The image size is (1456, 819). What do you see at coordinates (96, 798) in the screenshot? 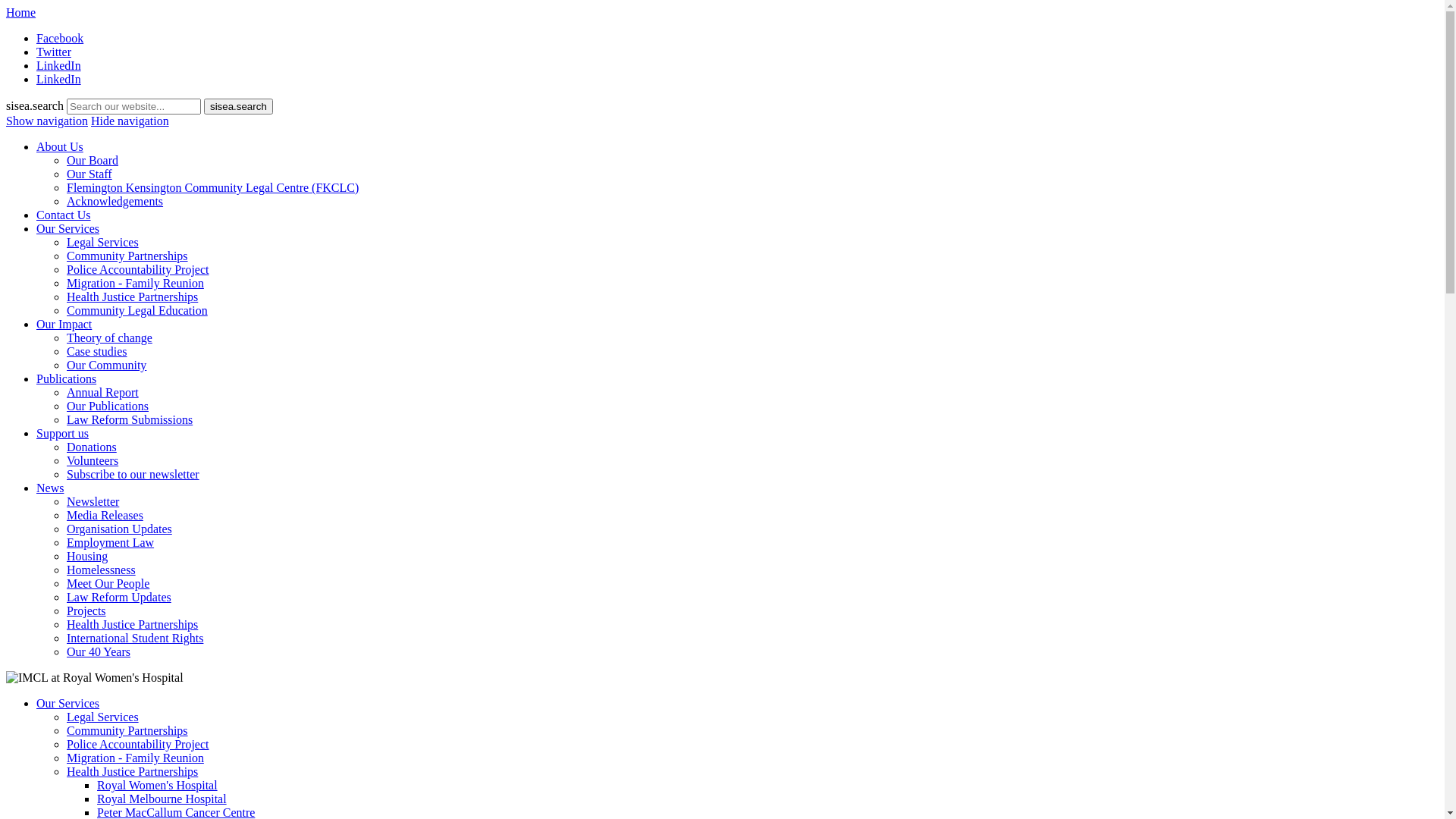
I see `'Royal Melbourne Hospital'` at bounding box center [96, 798].